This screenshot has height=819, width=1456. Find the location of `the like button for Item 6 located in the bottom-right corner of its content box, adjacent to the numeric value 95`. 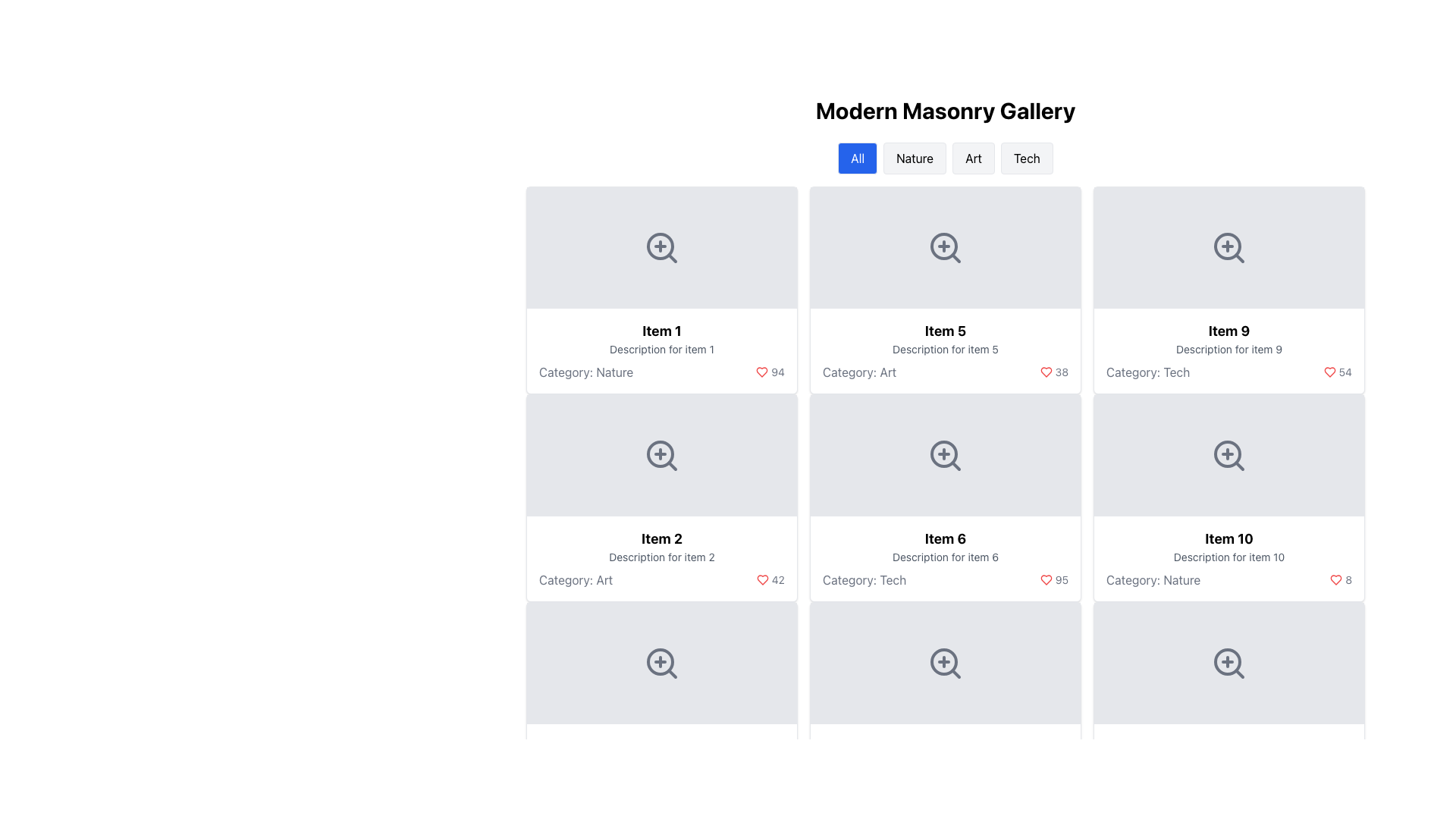

the like button for Item 6 located in the bottom-right corner of its content box, adjacent to the numeric value 95 is located at coordinates (762, 579).